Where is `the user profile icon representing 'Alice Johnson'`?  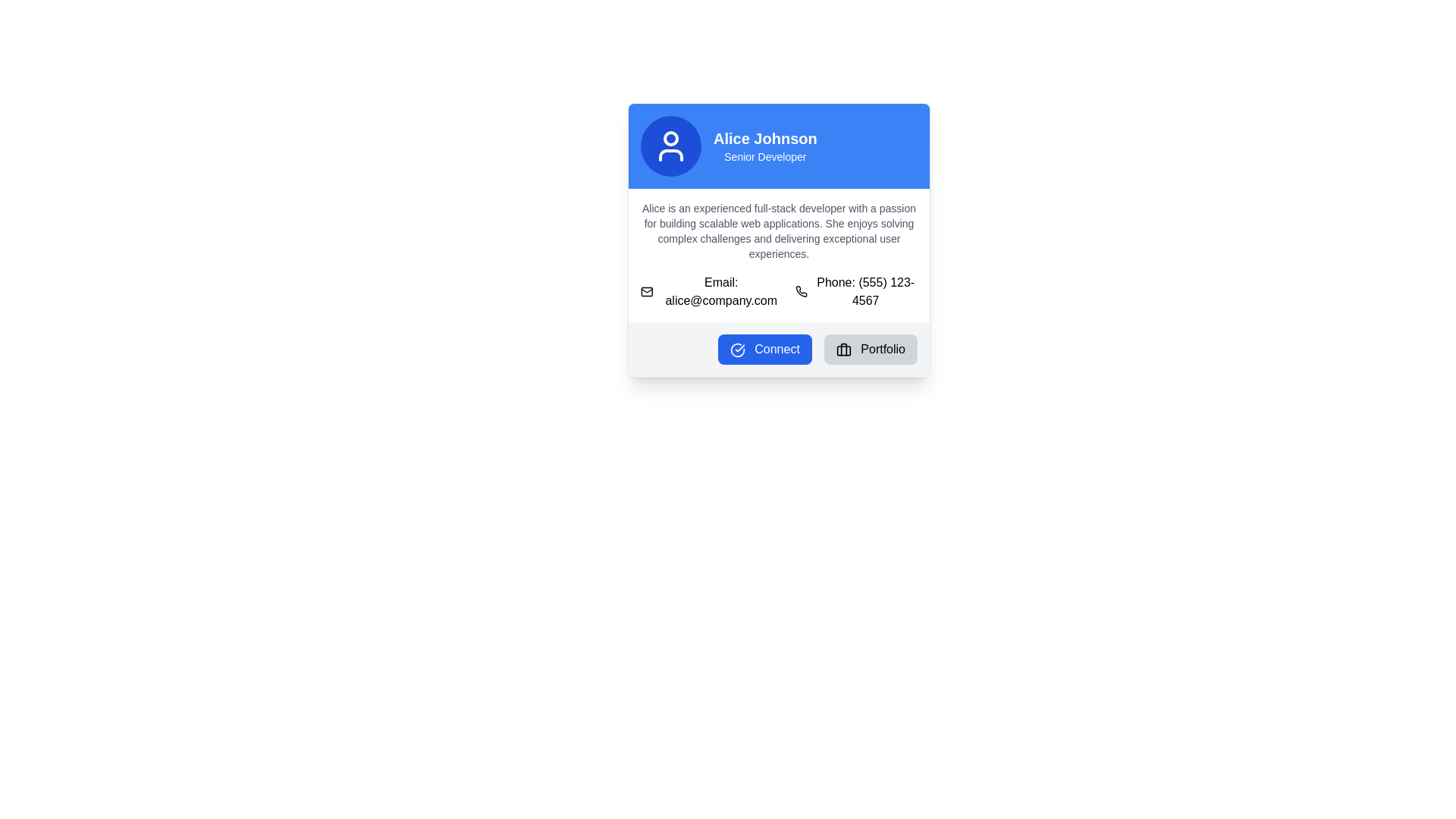
the user profile icon representing 'Alice Johnson' is located at coordinates (670, 146).